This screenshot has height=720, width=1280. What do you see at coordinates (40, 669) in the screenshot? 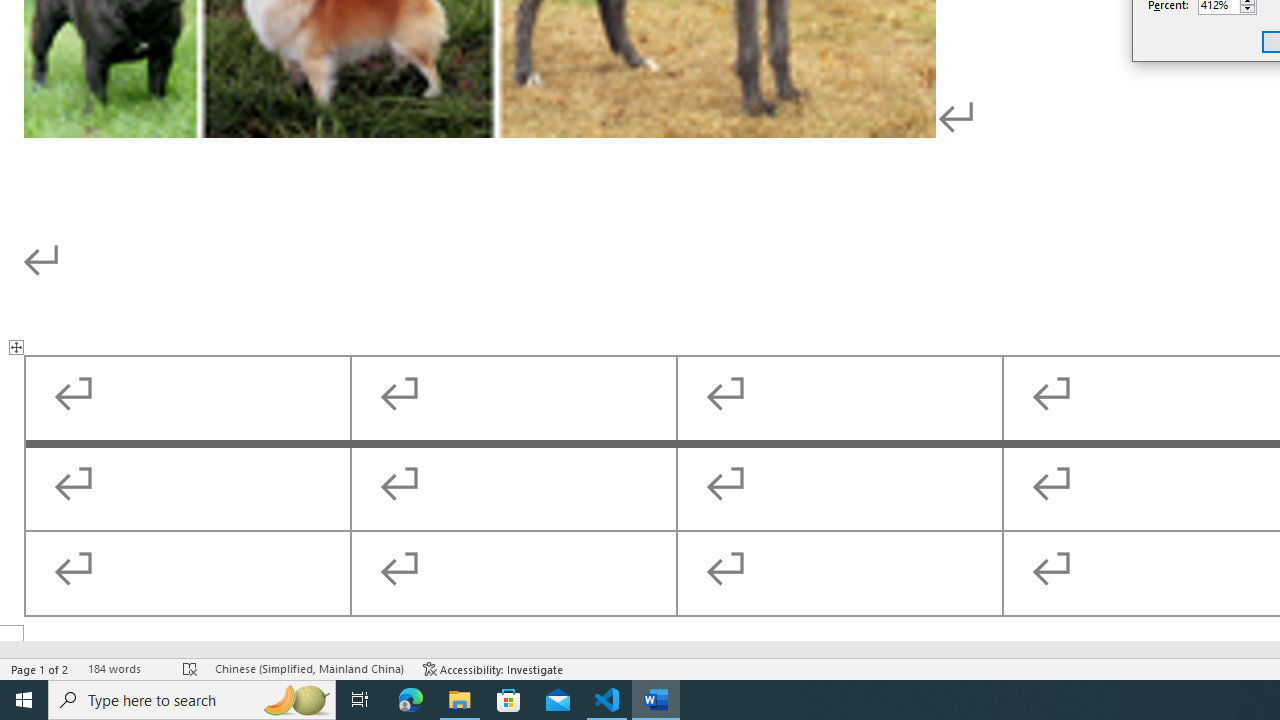
I see `'Page Number Page 1 of 2'` at bounding box center [40, 669].